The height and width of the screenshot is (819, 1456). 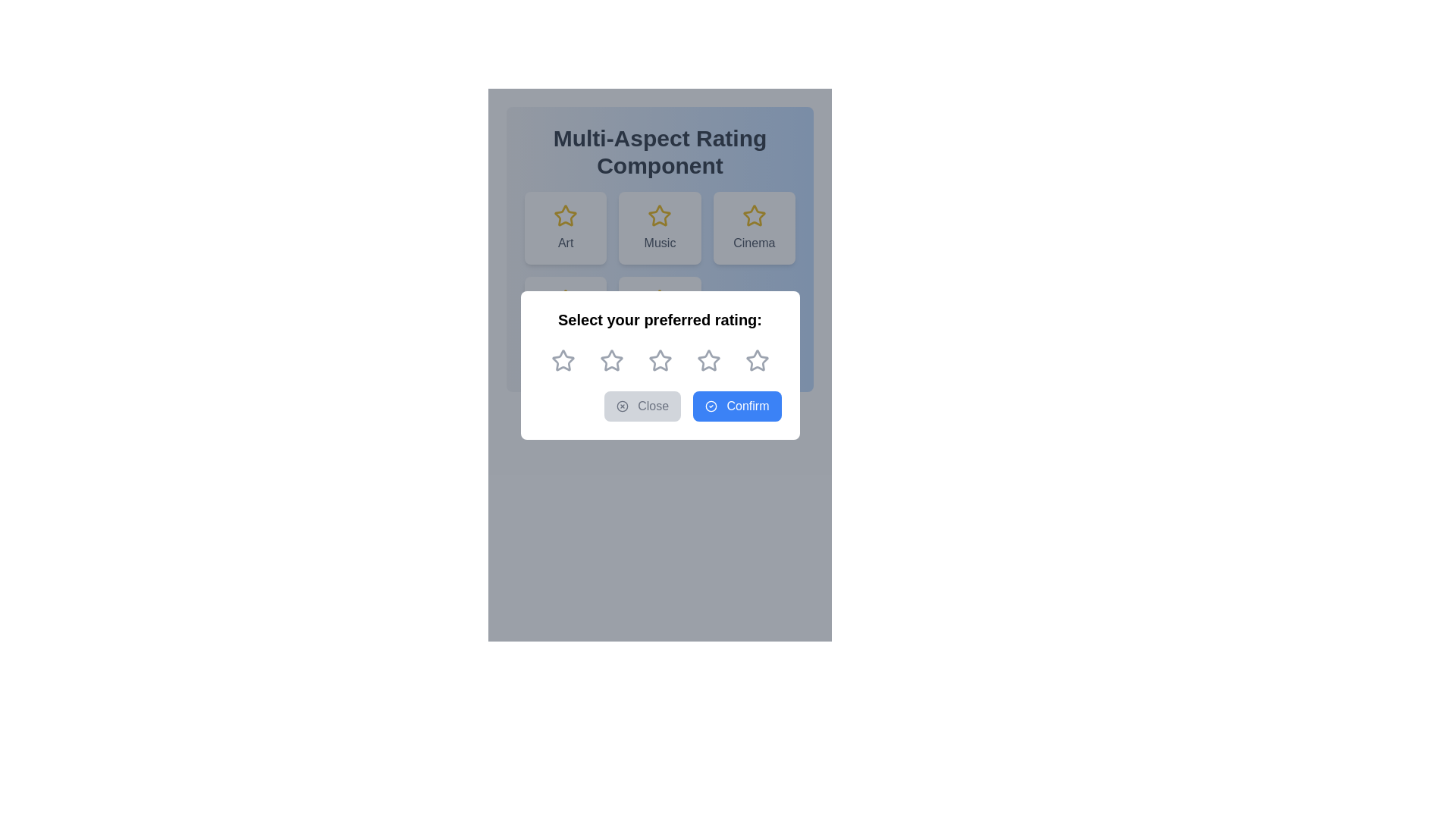 What do you see at coordinates (611, 360) in the screenshot?
I see `the third star in the star rating icon which allows users to select it to rate the item with three stars` at bounding box center [611, 360].